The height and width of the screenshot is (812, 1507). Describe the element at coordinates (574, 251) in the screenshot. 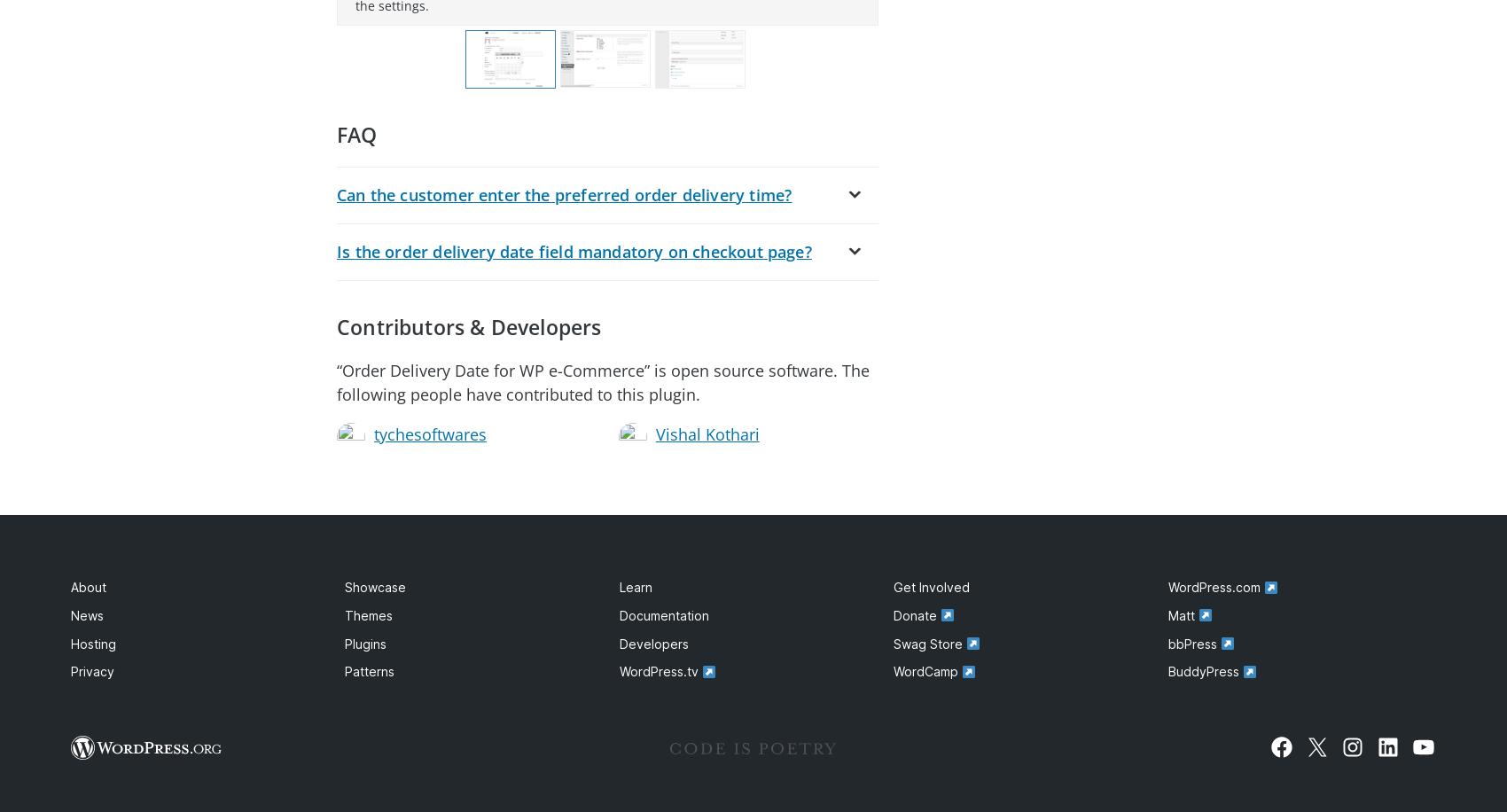

I see `'Is the order delivery date field mandatory on checkout page?'` at that location.